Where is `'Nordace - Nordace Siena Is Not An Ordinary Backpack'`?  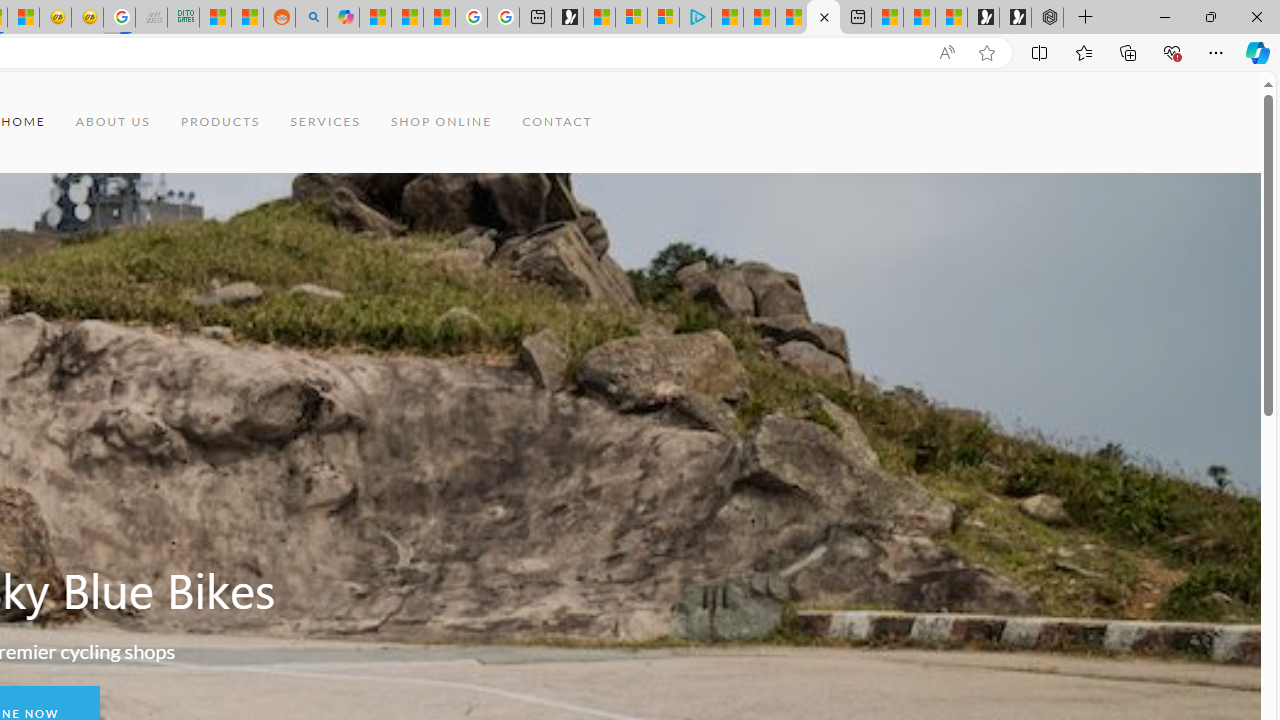 'Nordace - Nordace Siena Is Not An Ordinary Backpack' is located at coordinates (1046, 17).